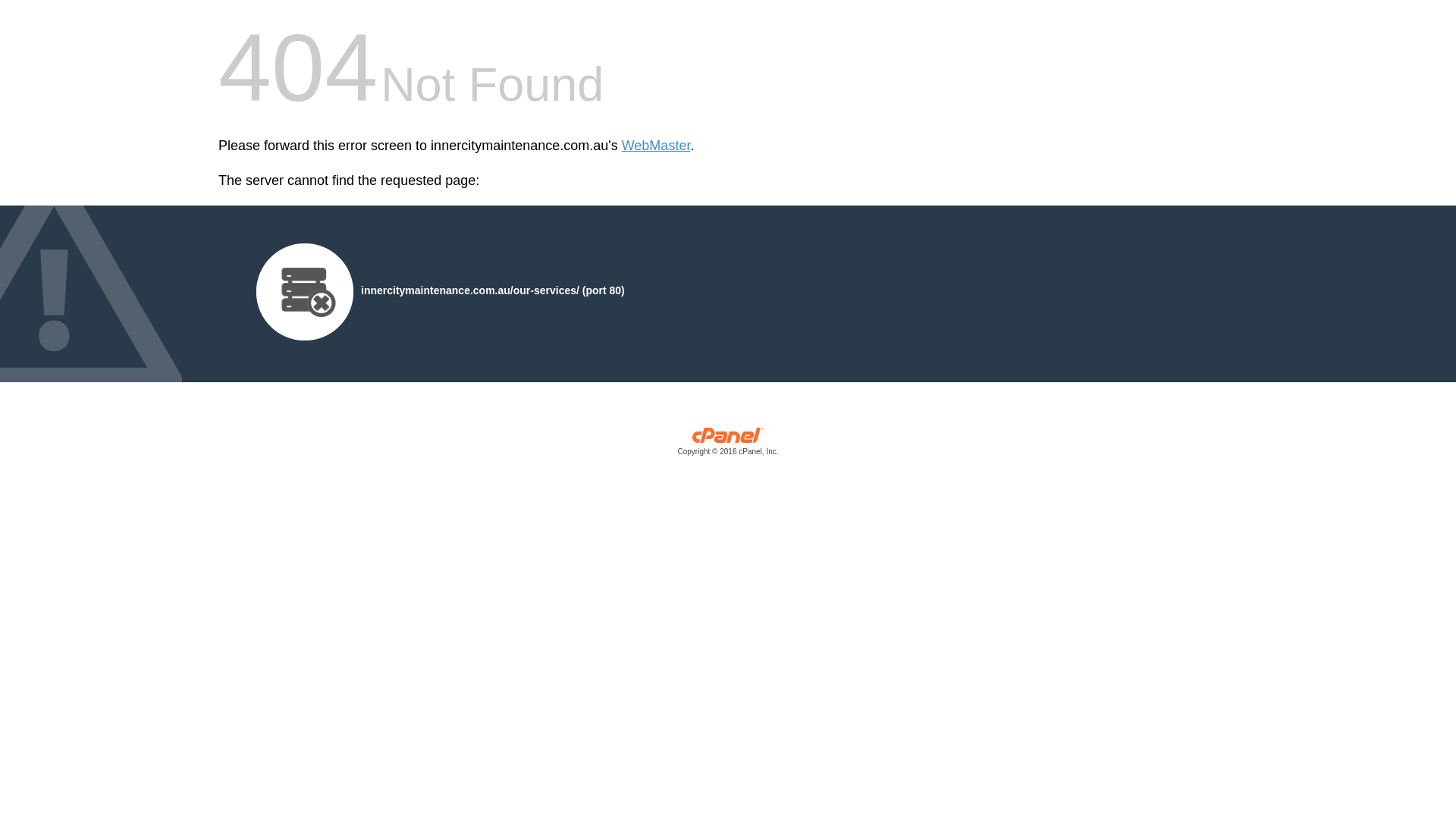 Image resolution: width=1456 pixels, height=819 pixels. What do you see at coordinates (622, 146) in the screenshot?
I see `'WebMaster'` at bounding box center [622, 146].